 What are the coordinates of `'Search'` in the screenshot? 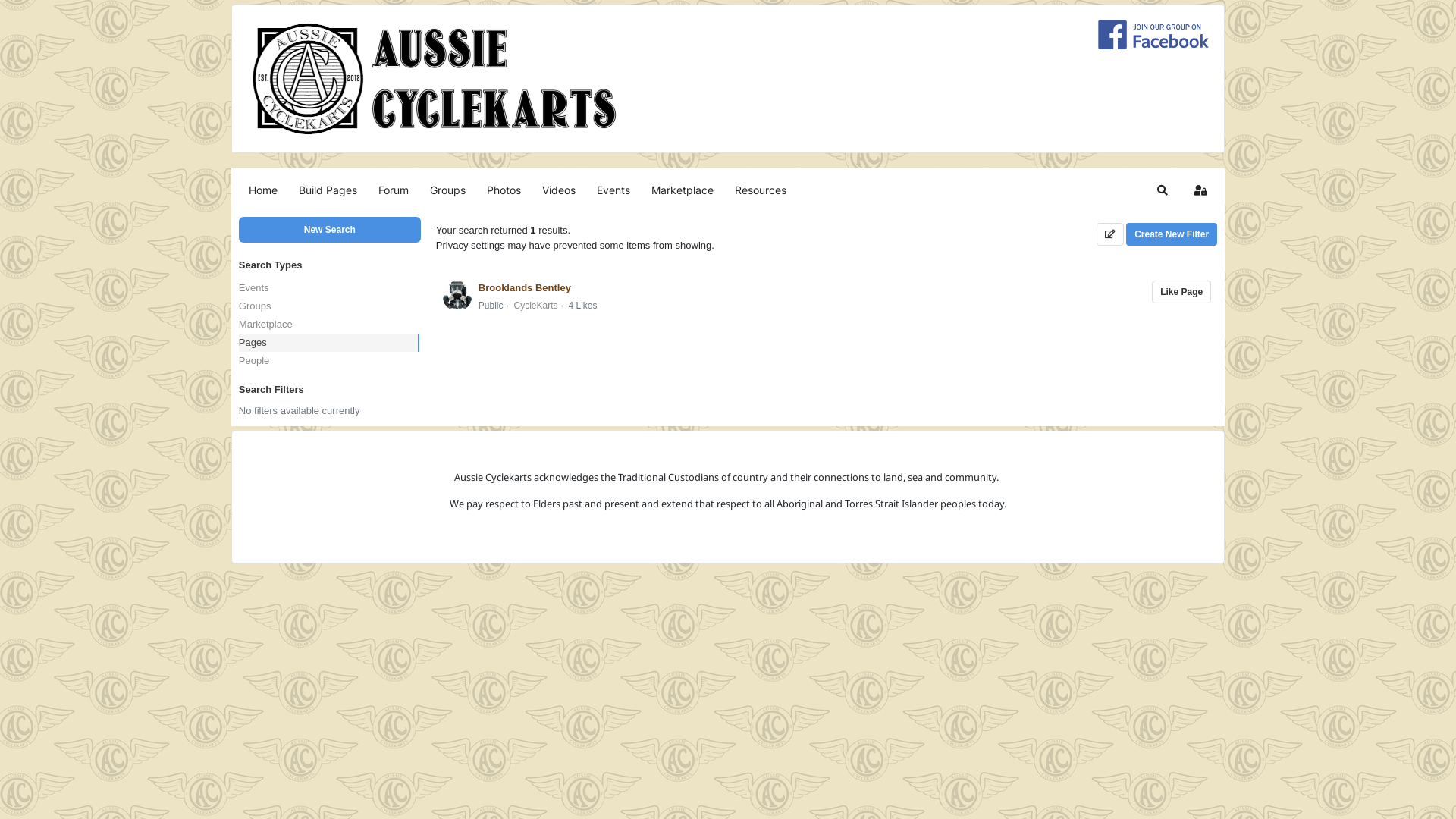 It's located at (1161, 189).